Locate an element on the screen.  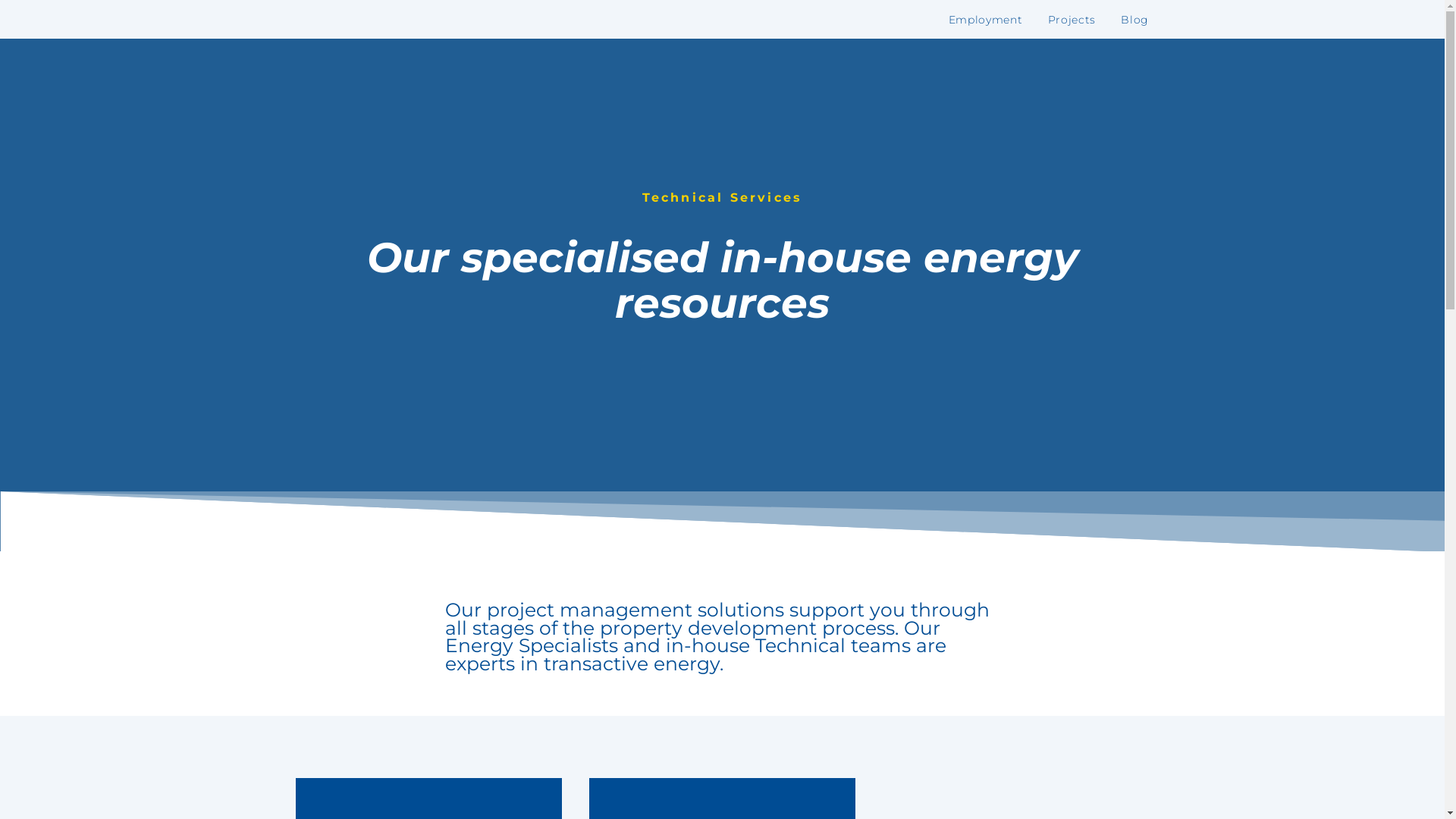
'Blog' is located at coordinates (1134, 20).